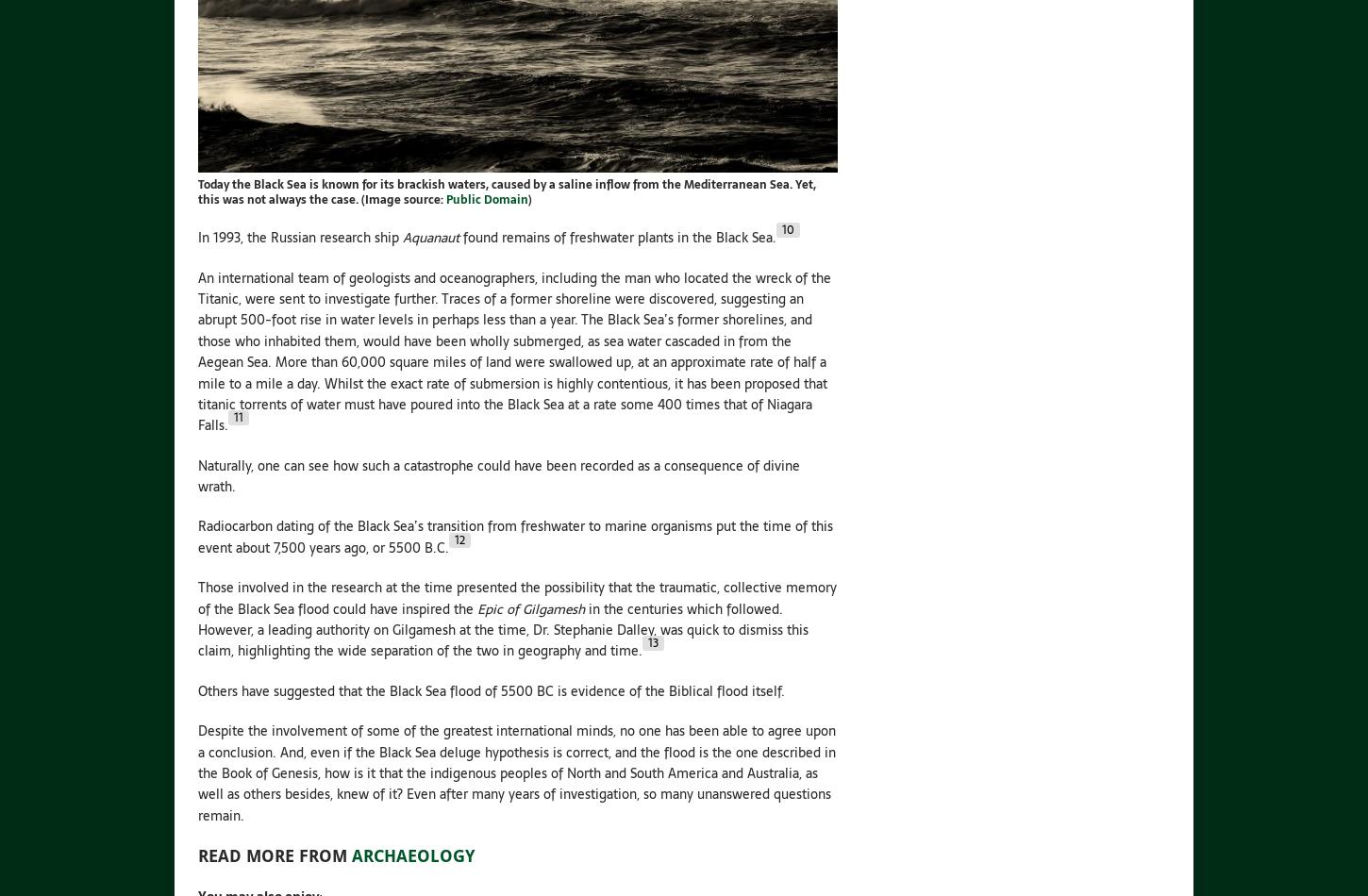  What do you see at coordinates (616, 237) in the screenshot?
I see `'found remains of freshwater plants in the Black Sea.'` at bounding box center [616, 237].